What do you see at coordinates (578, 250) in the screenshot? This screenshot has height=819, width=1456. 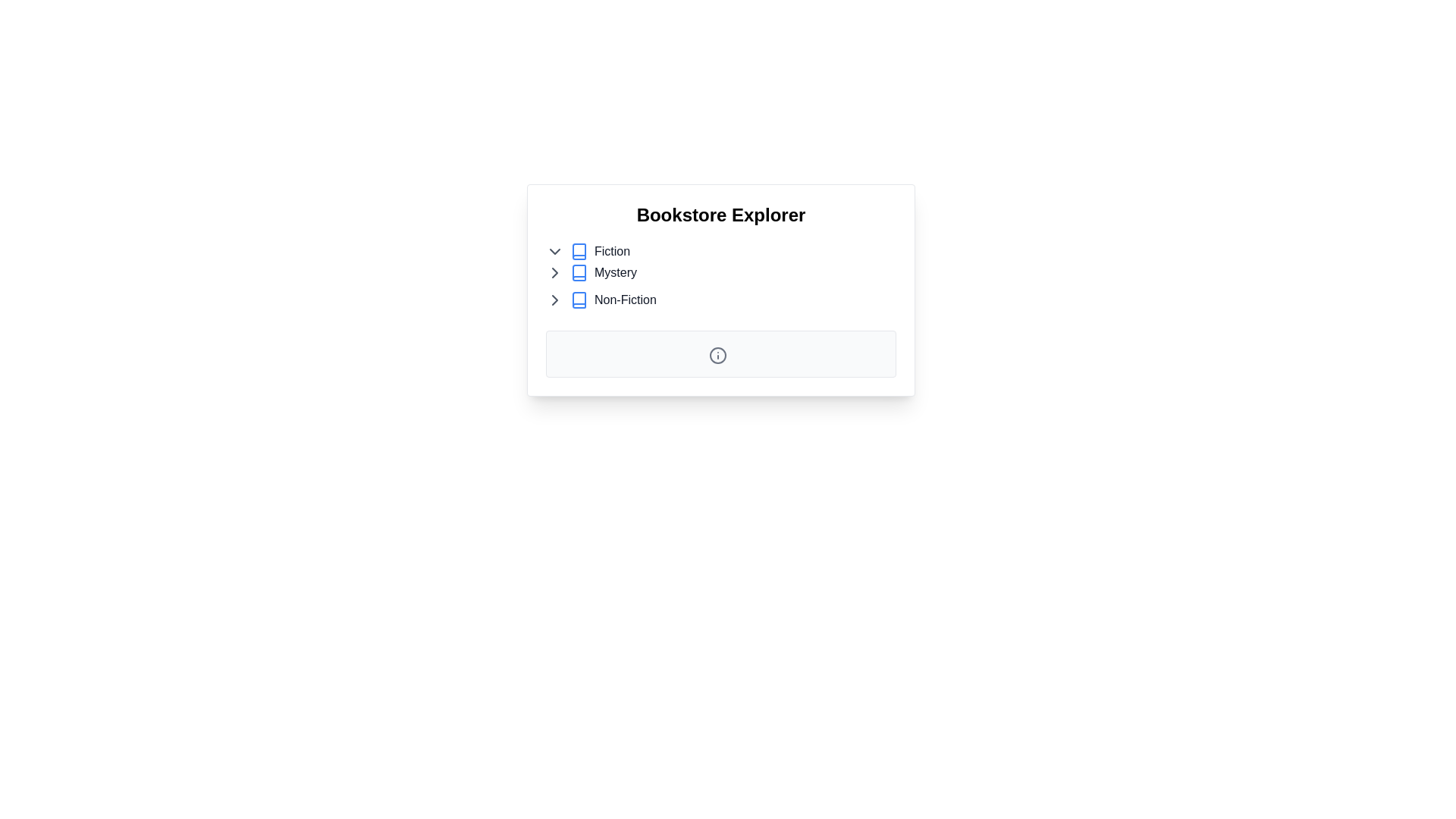 I see `the 'Fiction' category icon in the Bookstore Explorer list, which is the first item and visually represents the Fiction category` at bounding box center [578, 250].